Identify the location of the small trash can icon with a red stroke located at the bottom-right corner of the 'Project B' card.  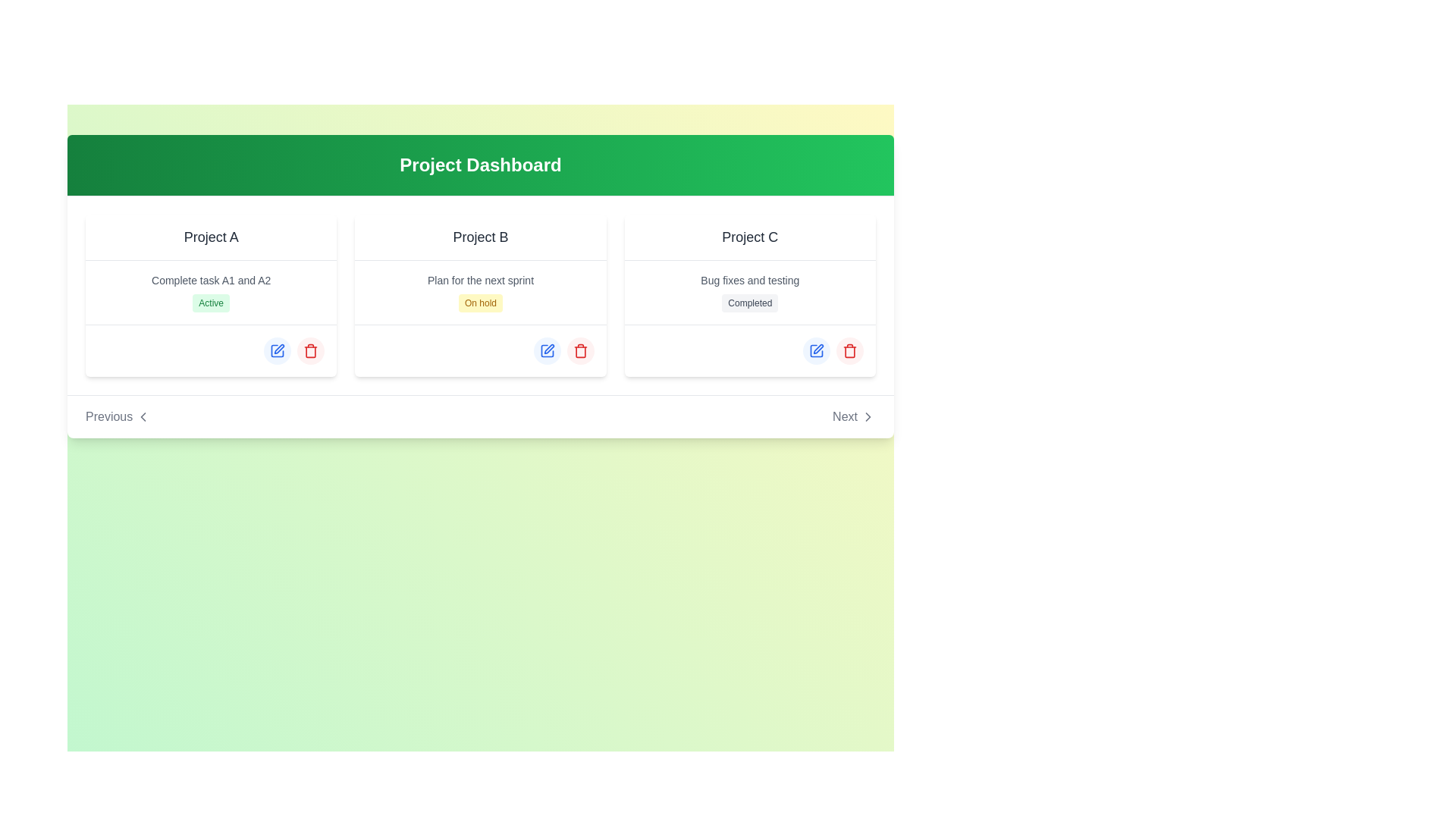
(579, 350).